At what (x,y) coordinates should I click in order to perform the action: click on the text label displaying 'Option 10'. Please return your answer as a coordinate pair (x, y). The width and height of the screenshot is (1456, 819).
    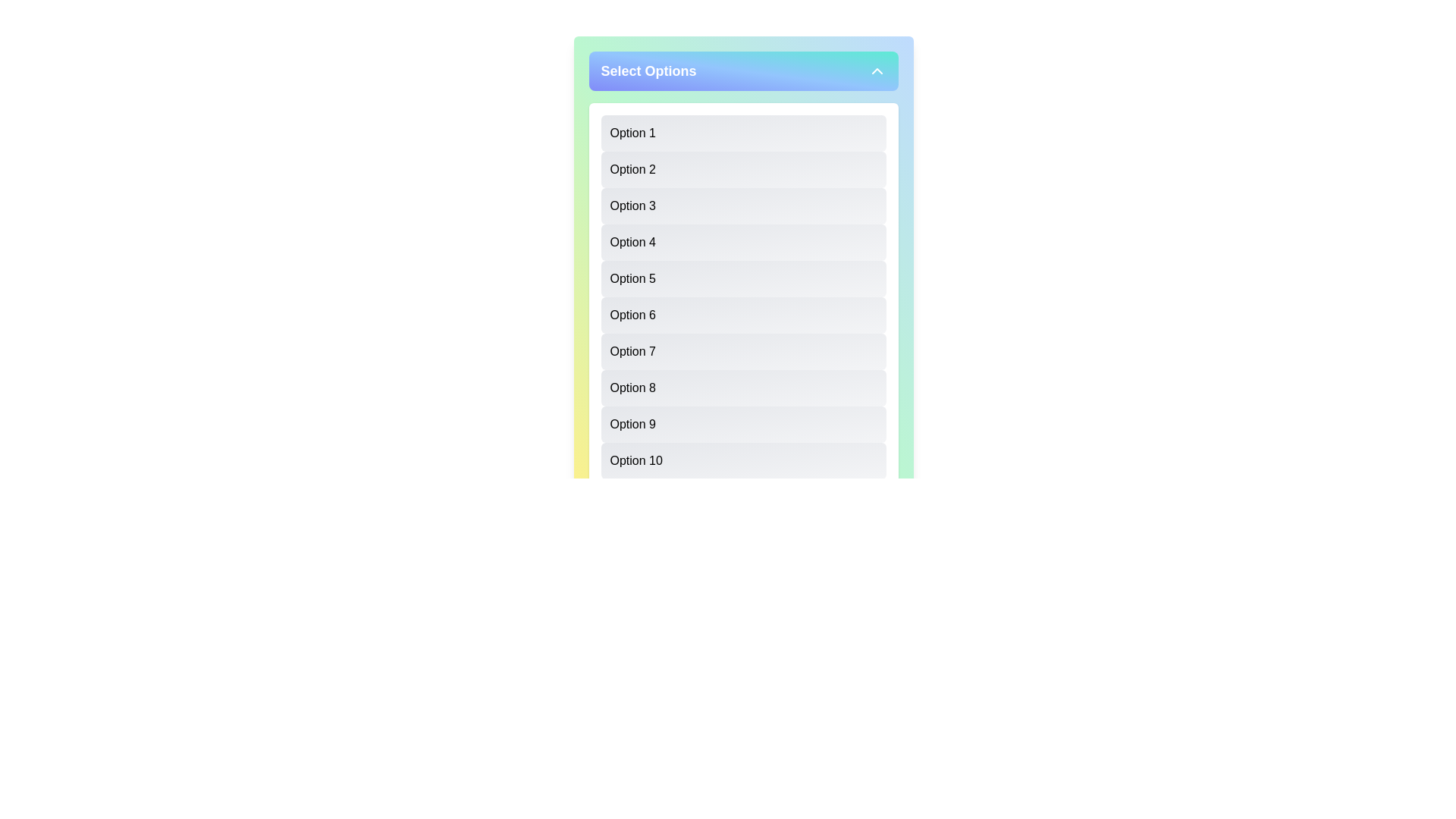
    Looking at the image, I should click on (636, 460).